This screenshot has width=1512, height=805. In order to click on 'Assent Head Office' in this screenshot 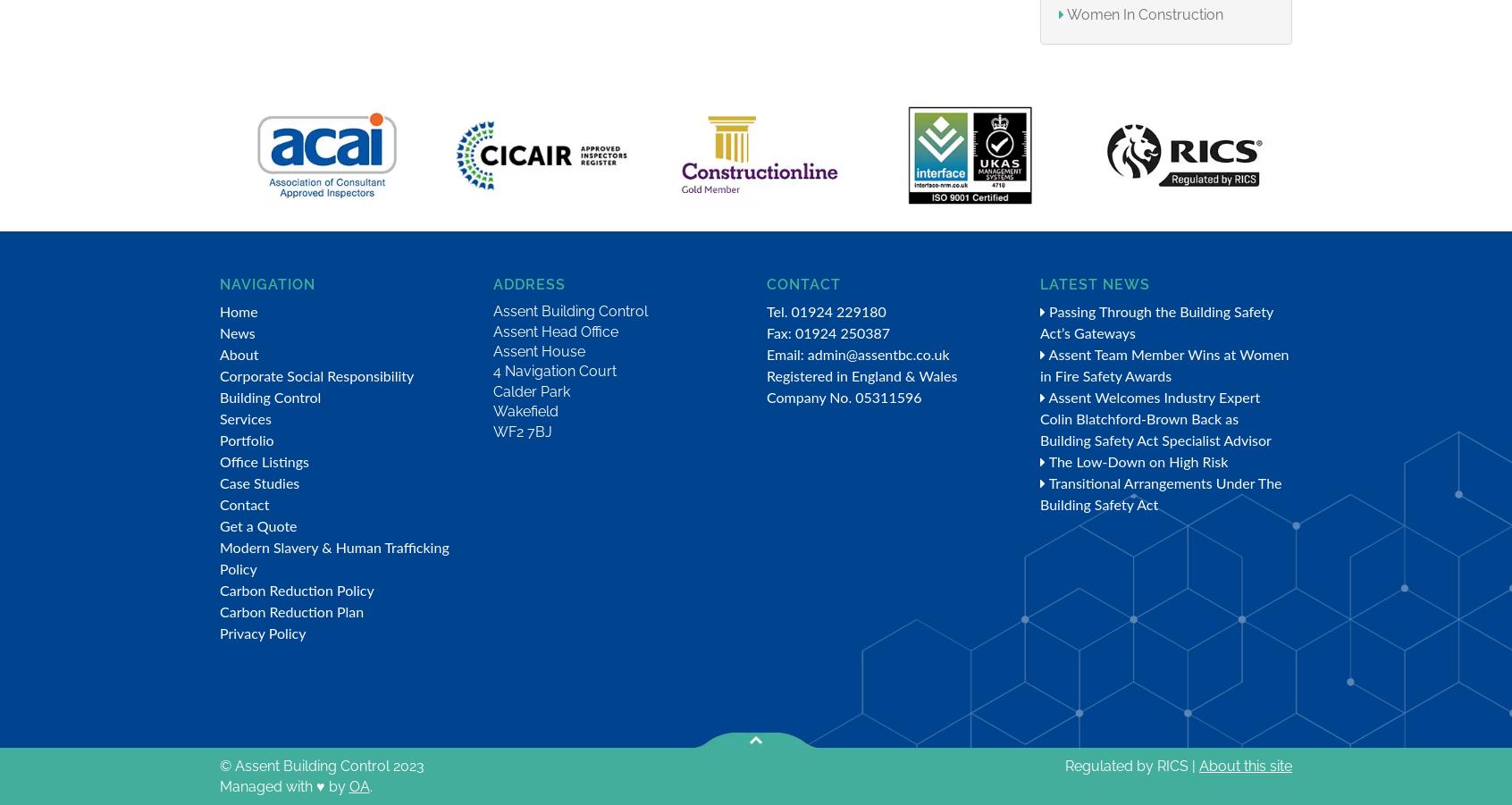, I will do `click(492, 330)`.